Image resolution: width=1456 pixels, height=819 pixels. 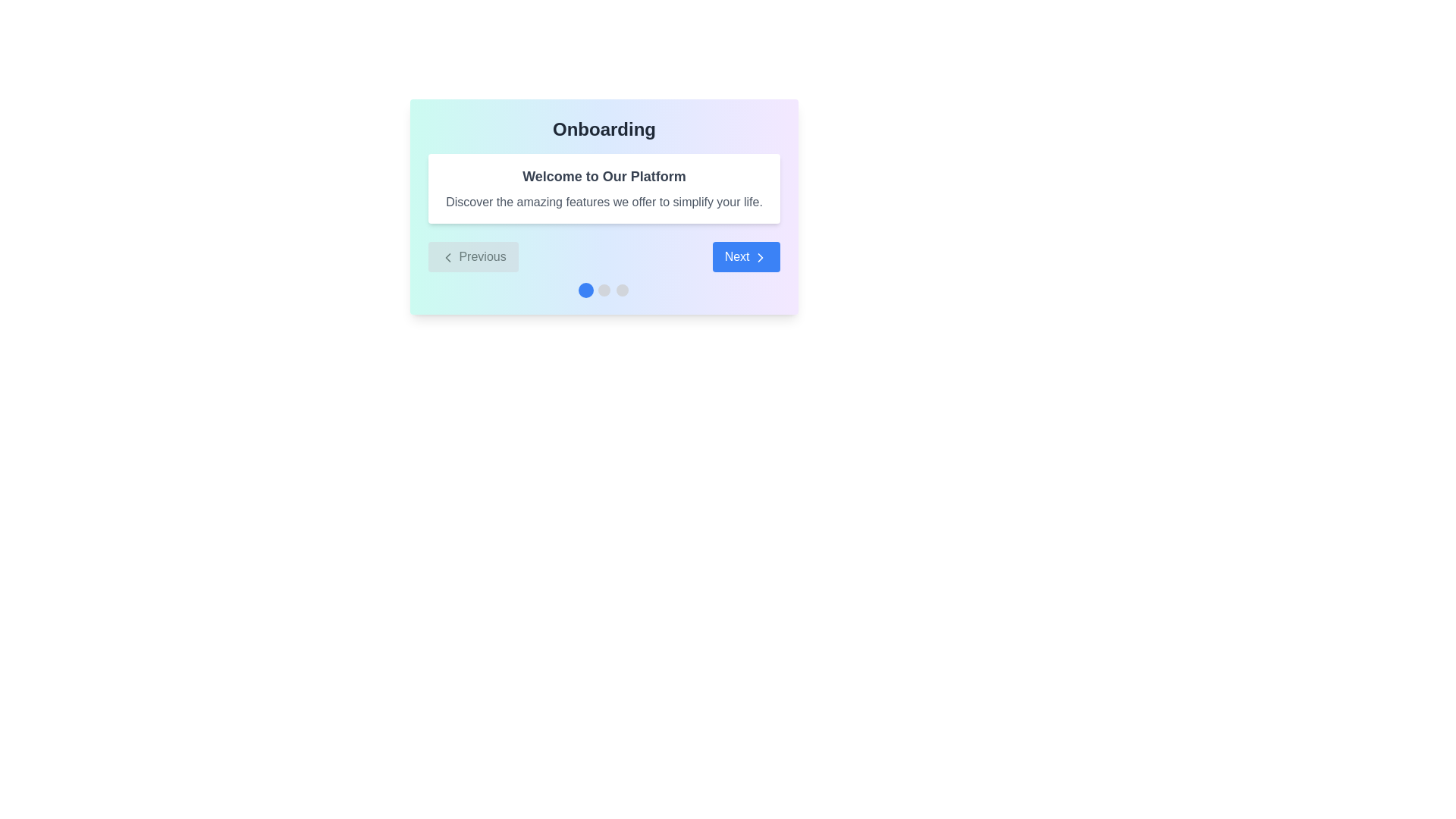 What do you see at coordinates (472, 256) in the screenshot?
I see `the 'Previous' button, which is a rectangular button with a light gray background that darkens on hover and contains a leftward arrow icon preceding the text` at bounding box center [472, 256].